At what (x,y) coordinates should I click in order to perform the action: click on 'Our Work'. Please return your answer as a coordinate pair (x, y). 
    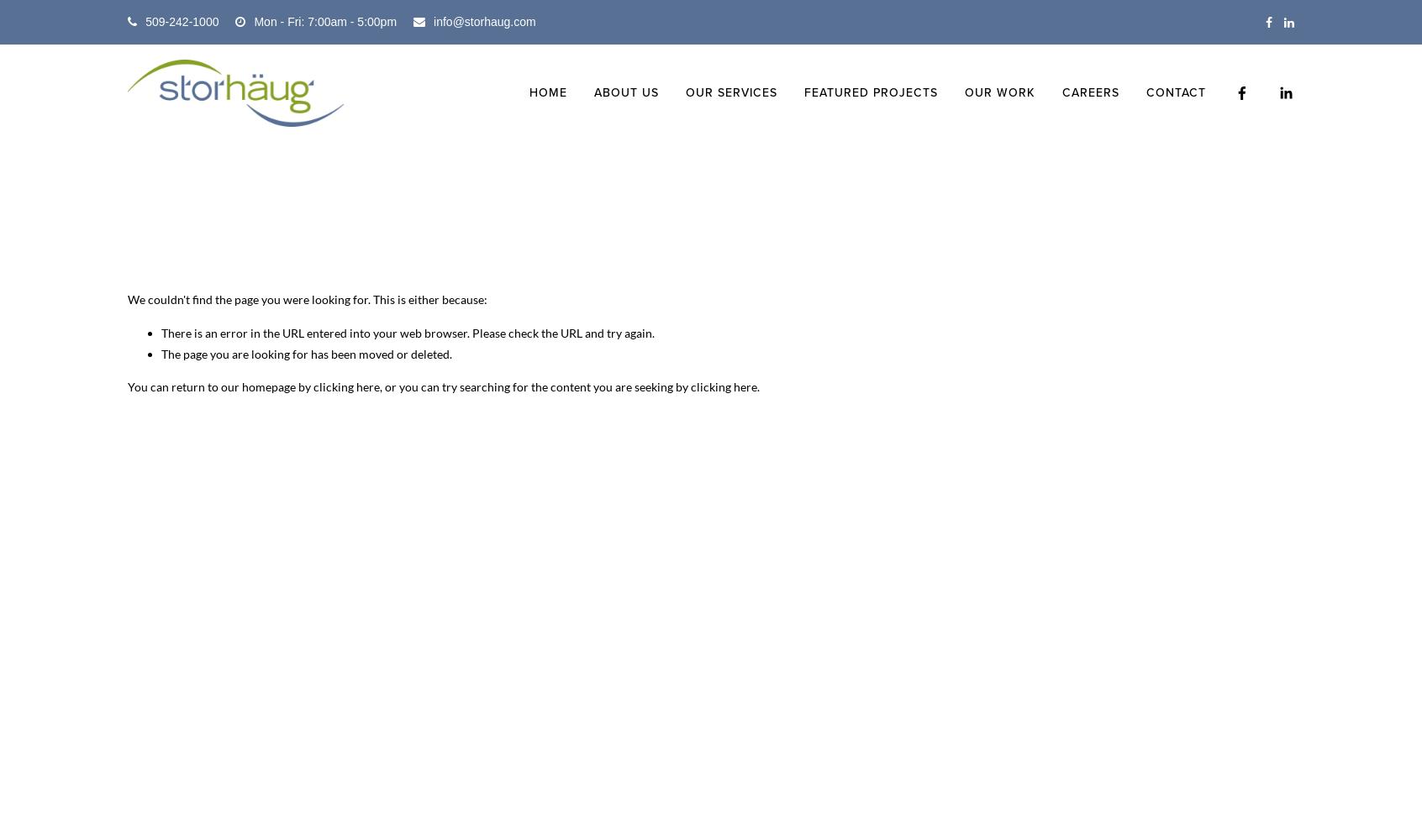
    Looking at the image, I should click on (998, 92).